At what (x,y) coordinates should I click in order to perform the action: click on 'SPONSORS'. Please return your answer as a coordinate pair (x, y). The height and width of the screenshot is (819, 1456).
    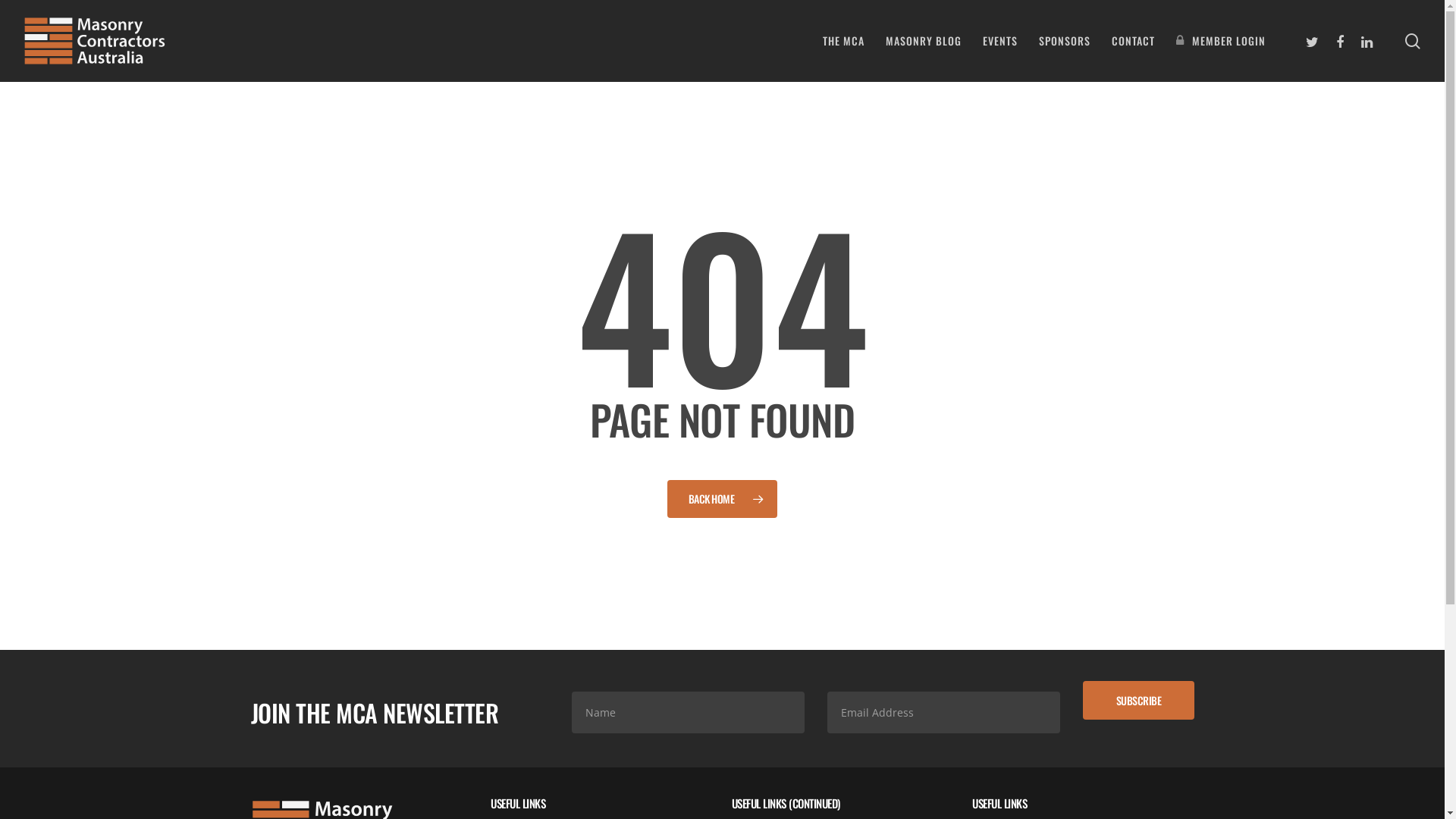
    Looking at the image, I should click on (1063, 40).